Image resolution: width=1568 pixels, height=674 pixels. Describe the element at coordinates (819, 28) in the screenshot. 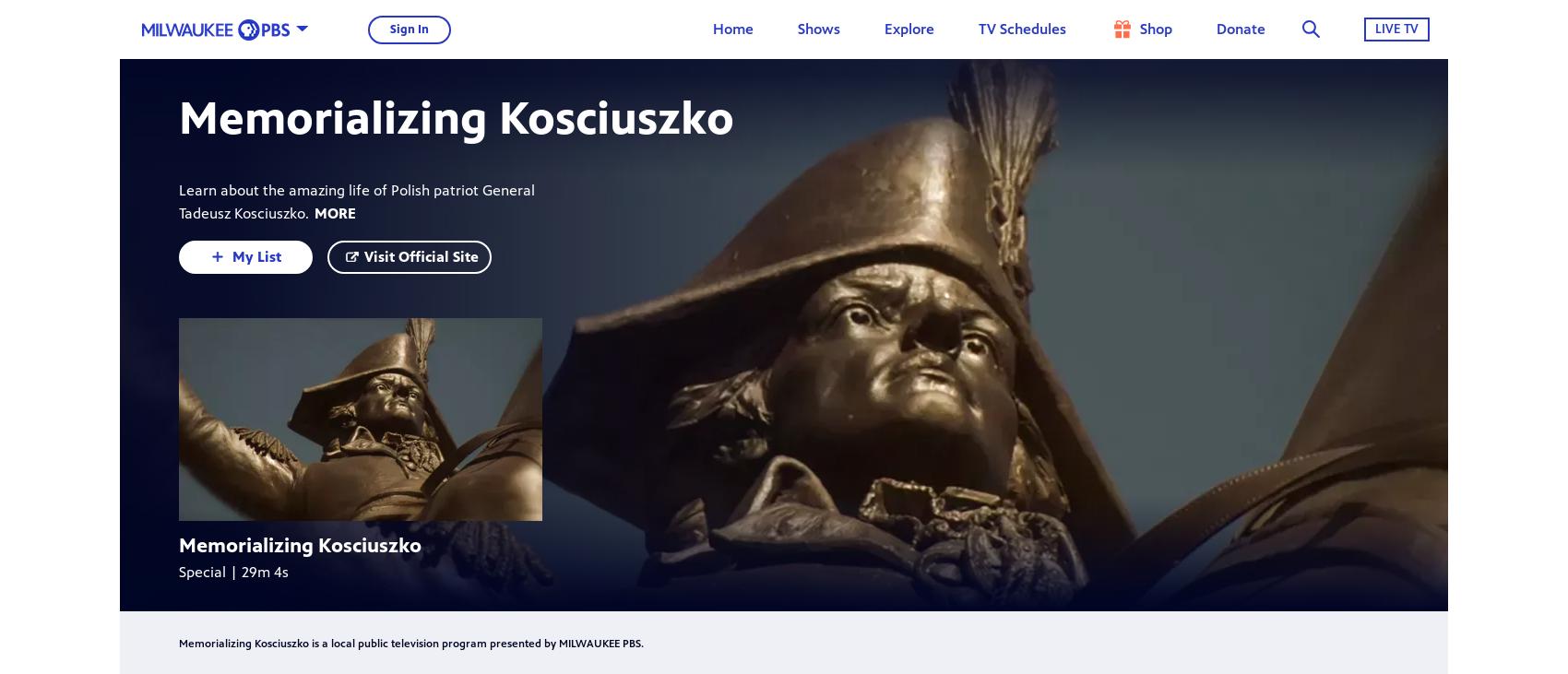

I see `'Shows'` at that location.